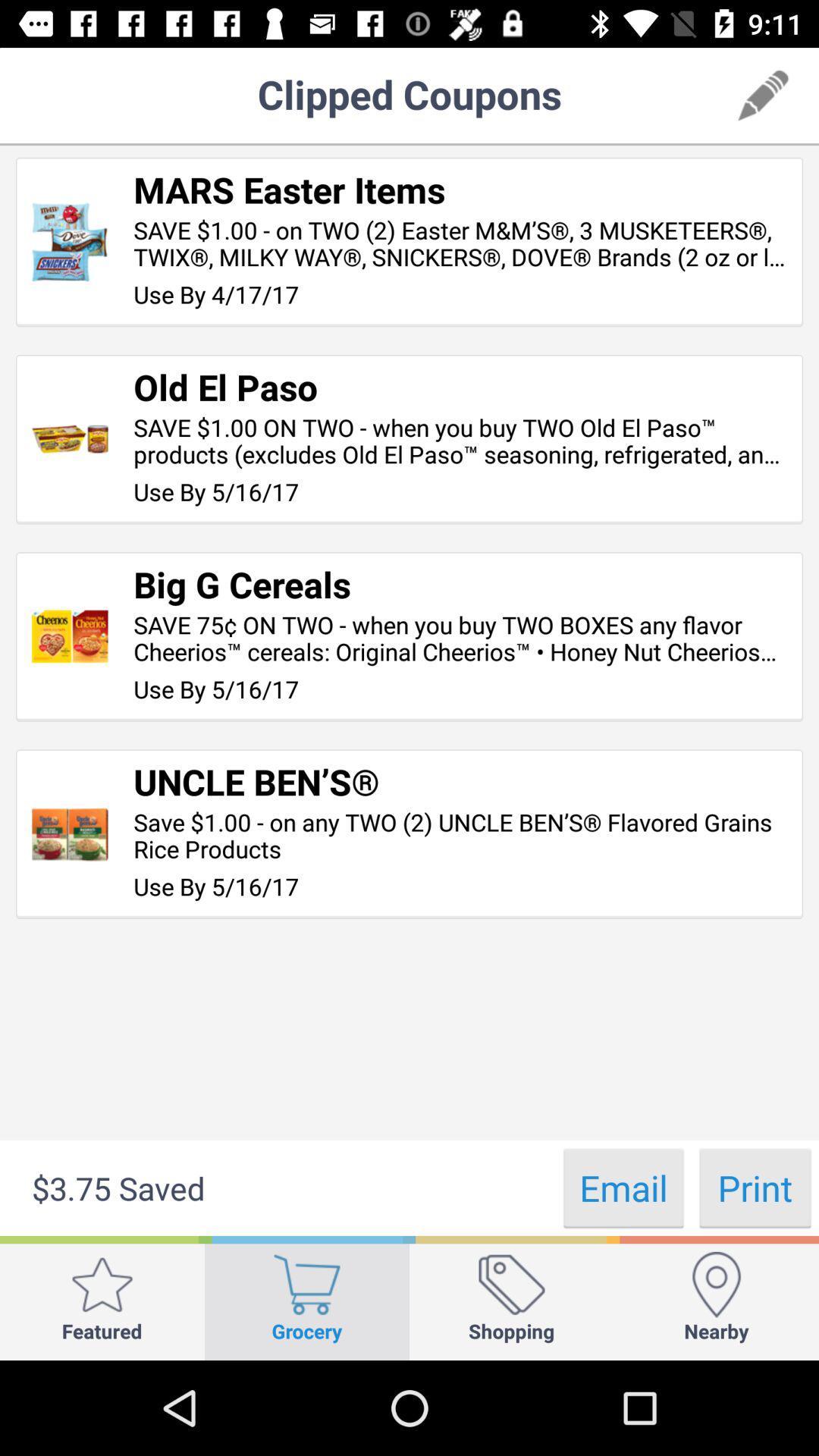 This screenshot has height=1456, width=819. Describe the element at coordinates (755, 1187) in the screenshot. I see `item next to email` at that location.